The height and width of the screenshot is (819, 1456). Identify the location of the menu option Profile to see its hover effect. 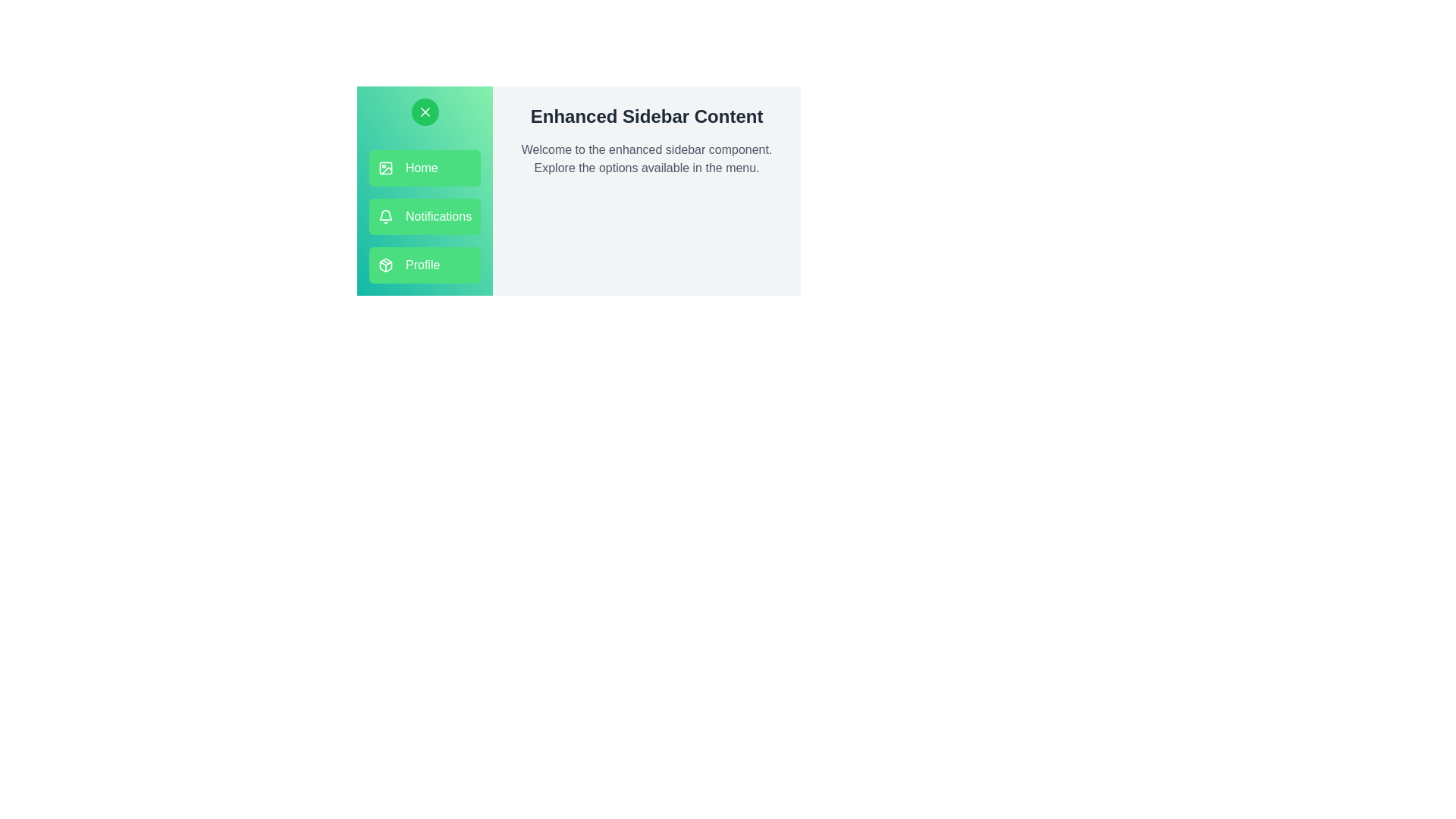
(425, 265).